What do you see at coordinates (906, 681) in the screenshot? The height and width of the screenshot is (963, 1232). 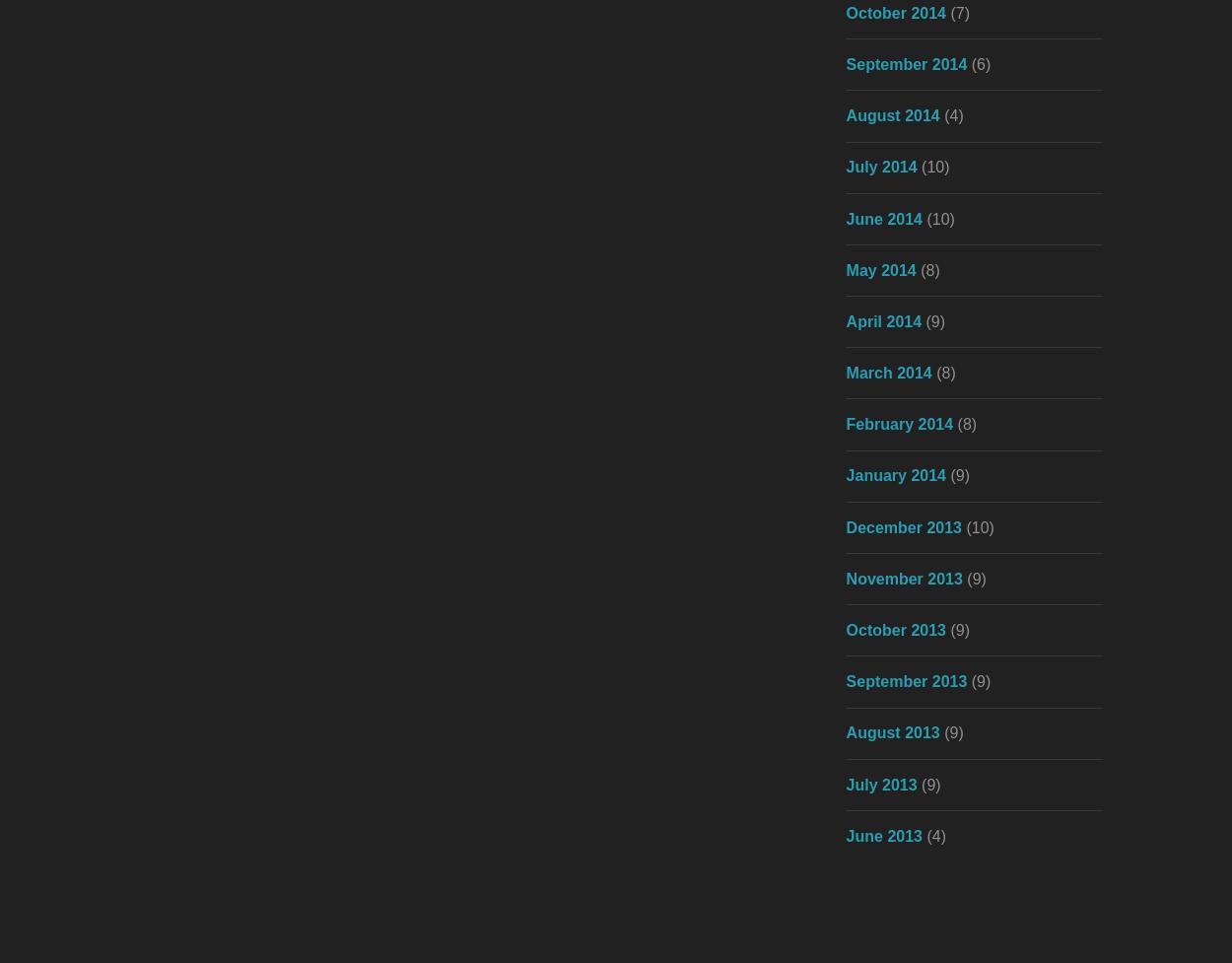 I see `'September 2013'` at bounding box center [906, 681].